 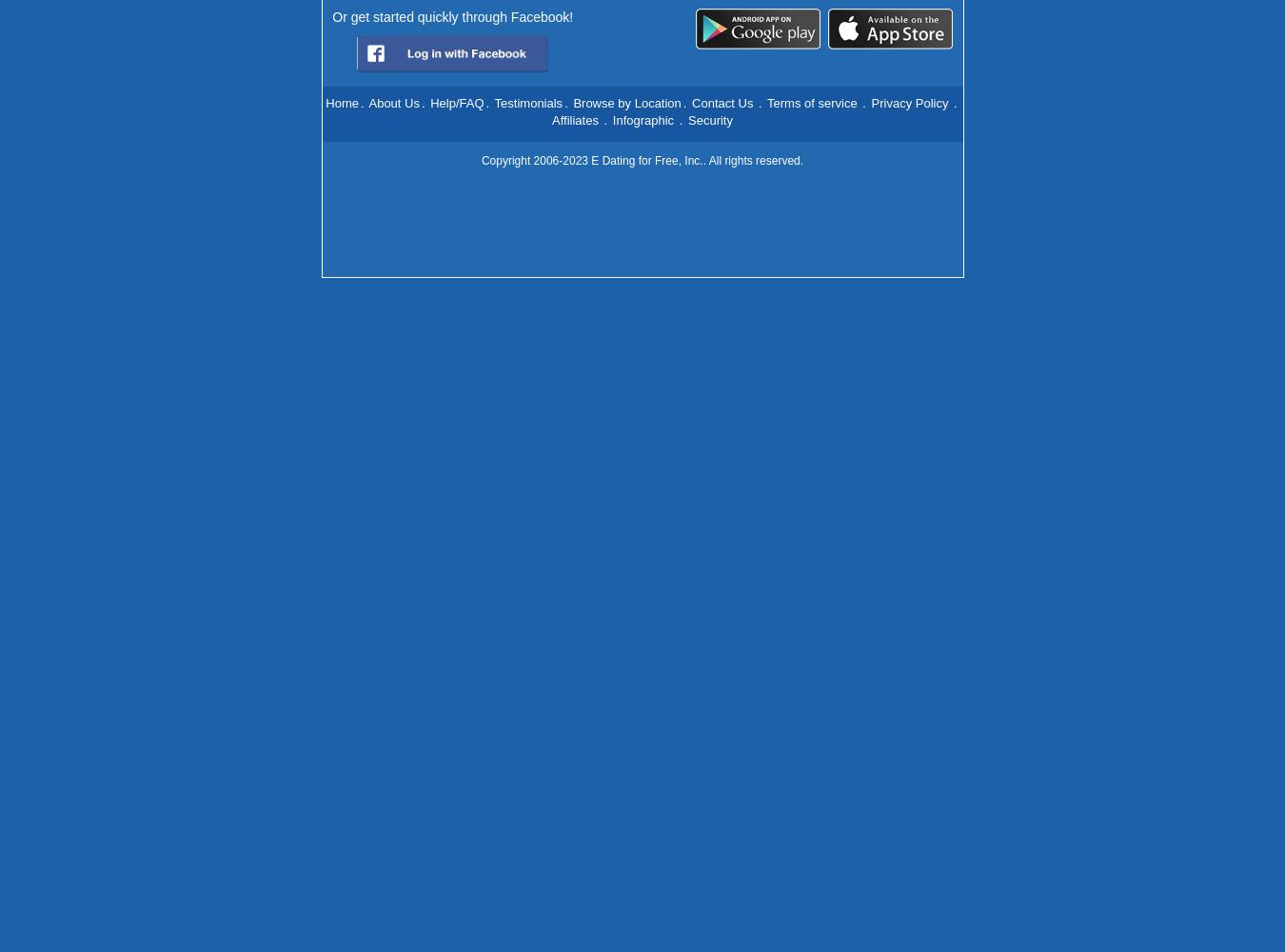 I want to click on 'Home', so click(x=325, y=101).